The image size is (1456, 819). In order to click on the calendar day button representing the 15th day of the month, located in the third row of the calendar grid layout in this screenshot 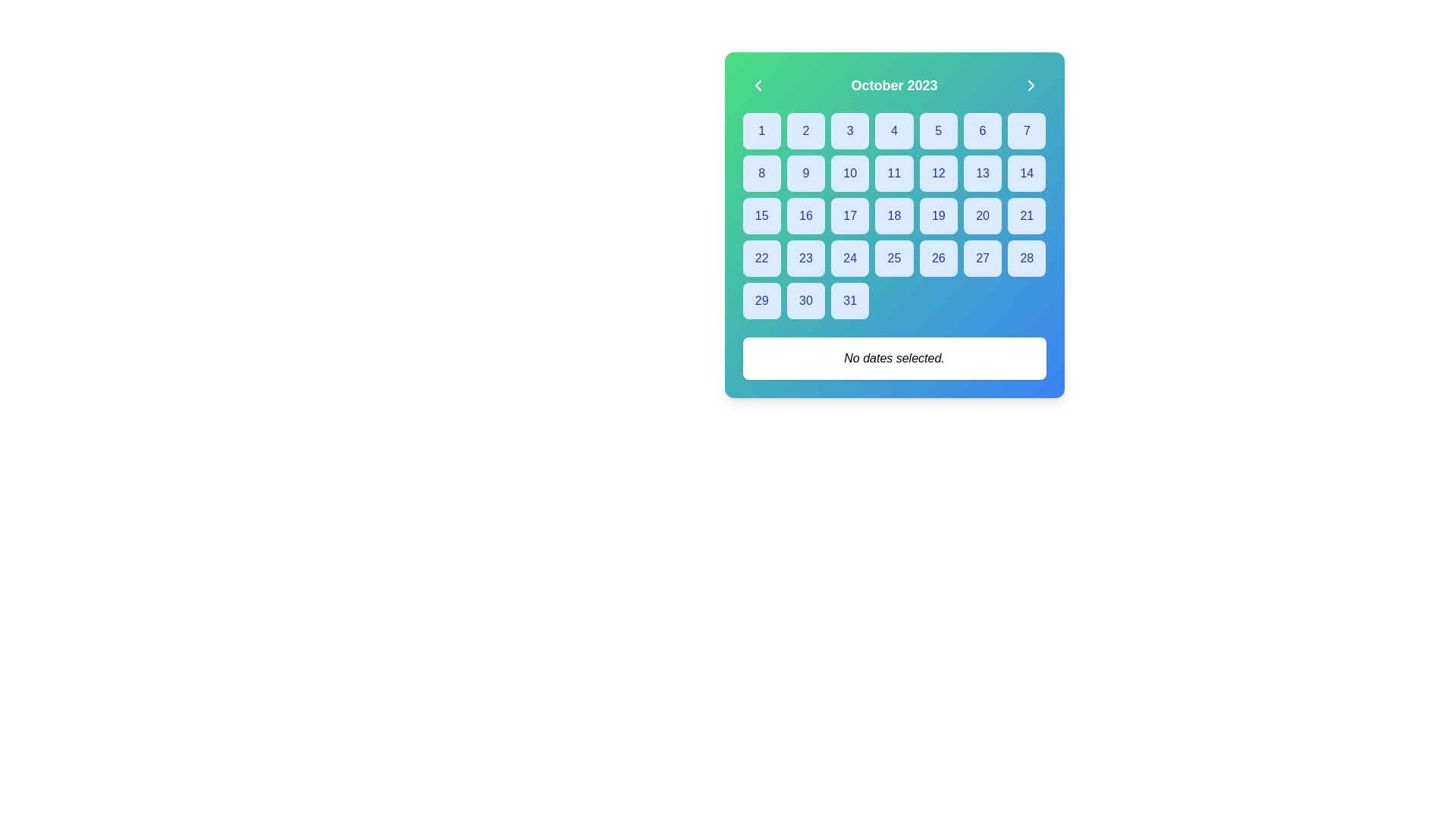, I will do `click(761, 216)`.